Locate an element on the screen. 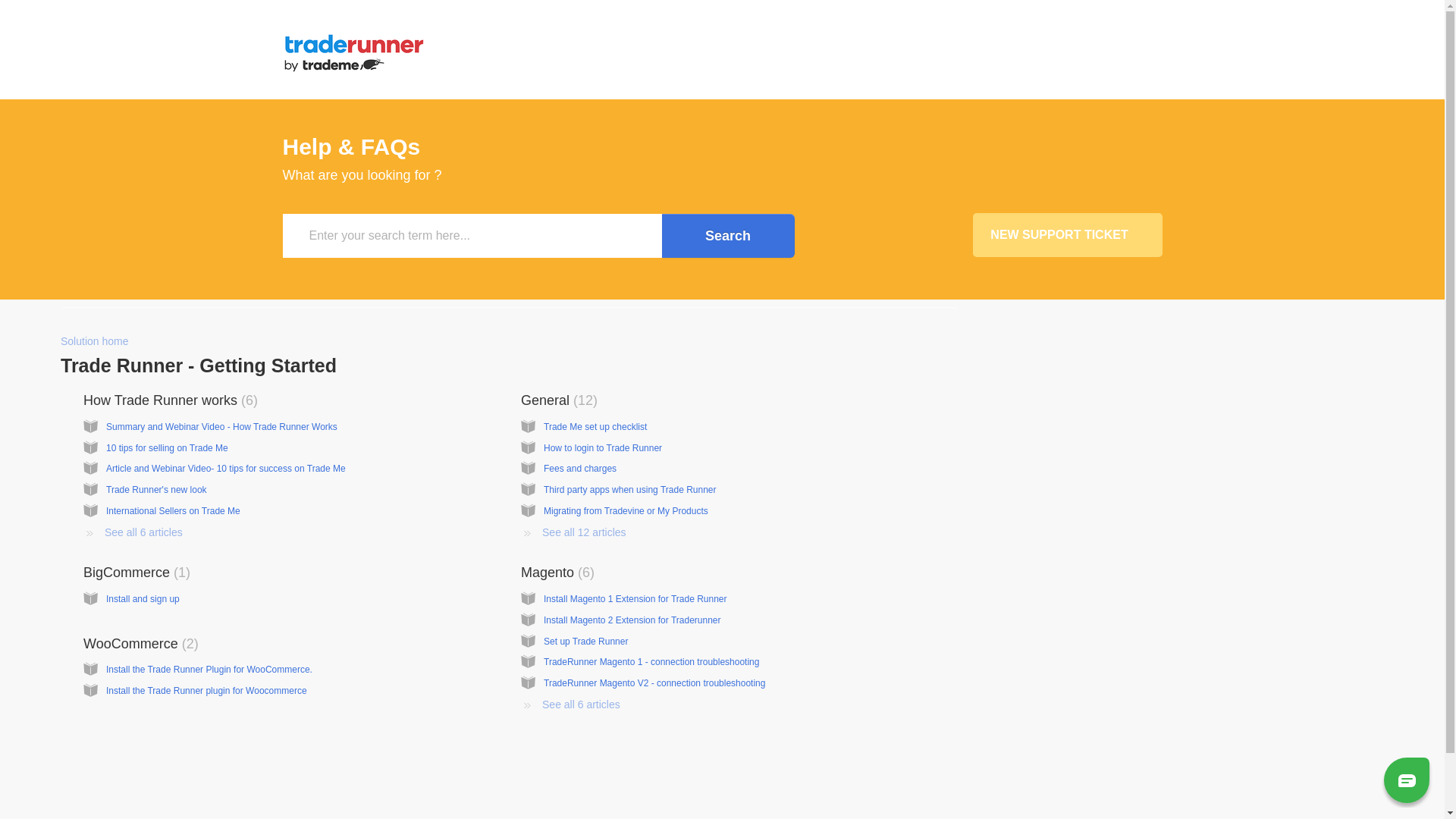  'Migrating from Tradevine or My Products' is located at coordinates (543, 511).